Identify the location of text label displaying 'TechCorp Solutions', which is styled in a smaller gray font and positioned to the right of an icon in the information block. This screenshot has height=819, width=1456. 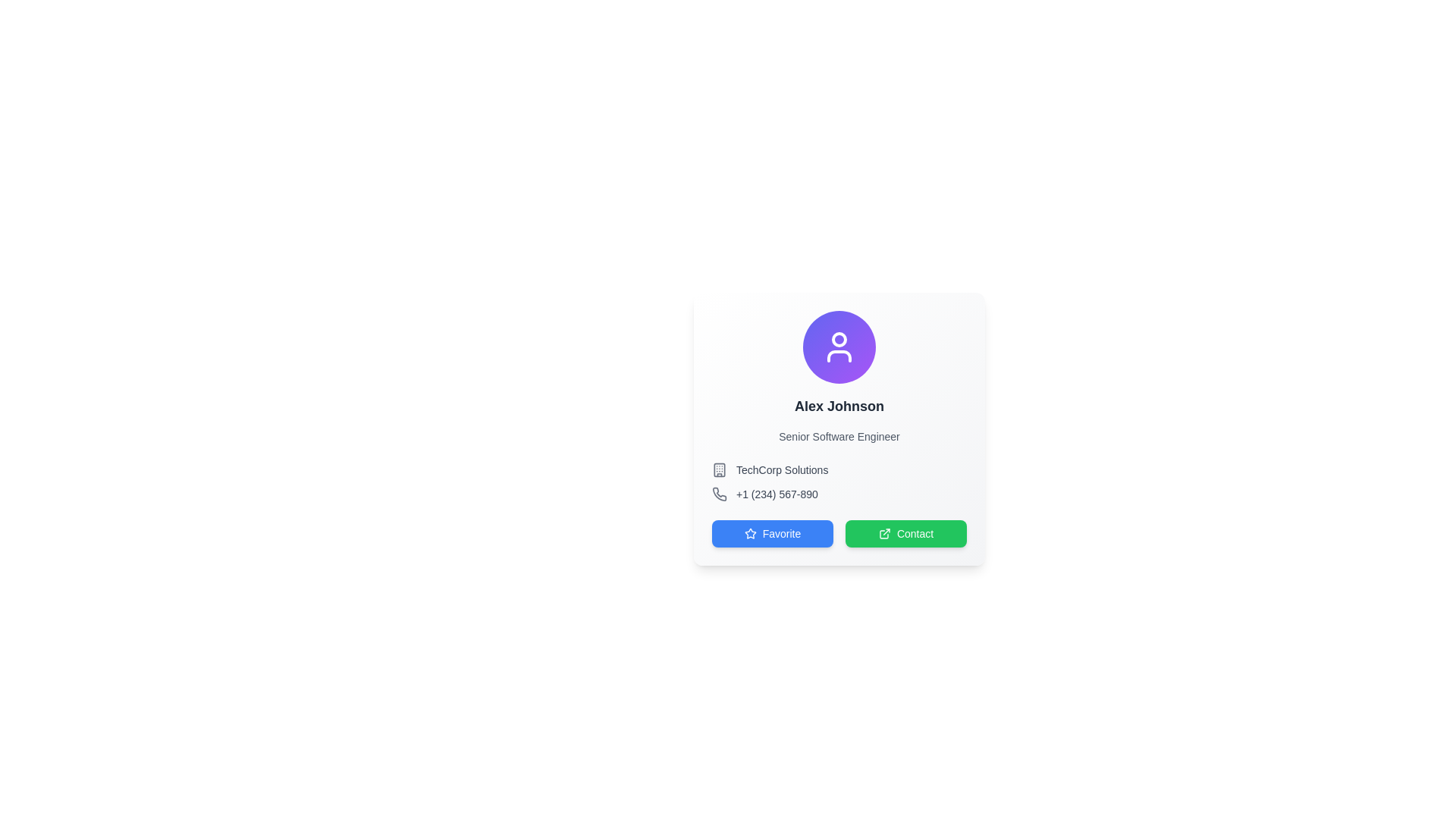
(782, 469).